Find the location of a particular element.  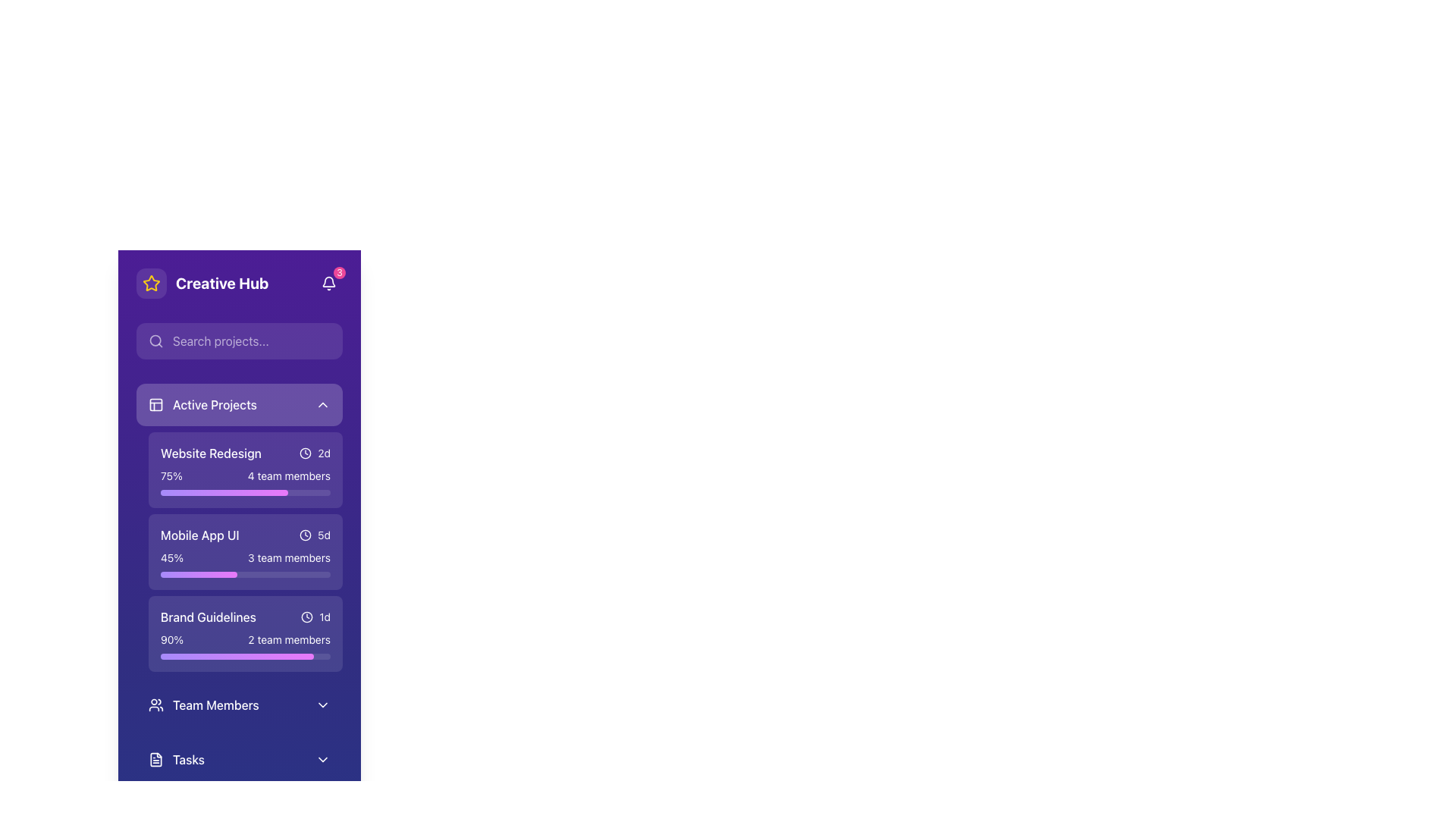

the horizontal progress bar with a gradient fill transitioning from violet to fuchsia, located in the 'Active Projects' section under 'Mobile App UI' is located at coordinates (198, 575).